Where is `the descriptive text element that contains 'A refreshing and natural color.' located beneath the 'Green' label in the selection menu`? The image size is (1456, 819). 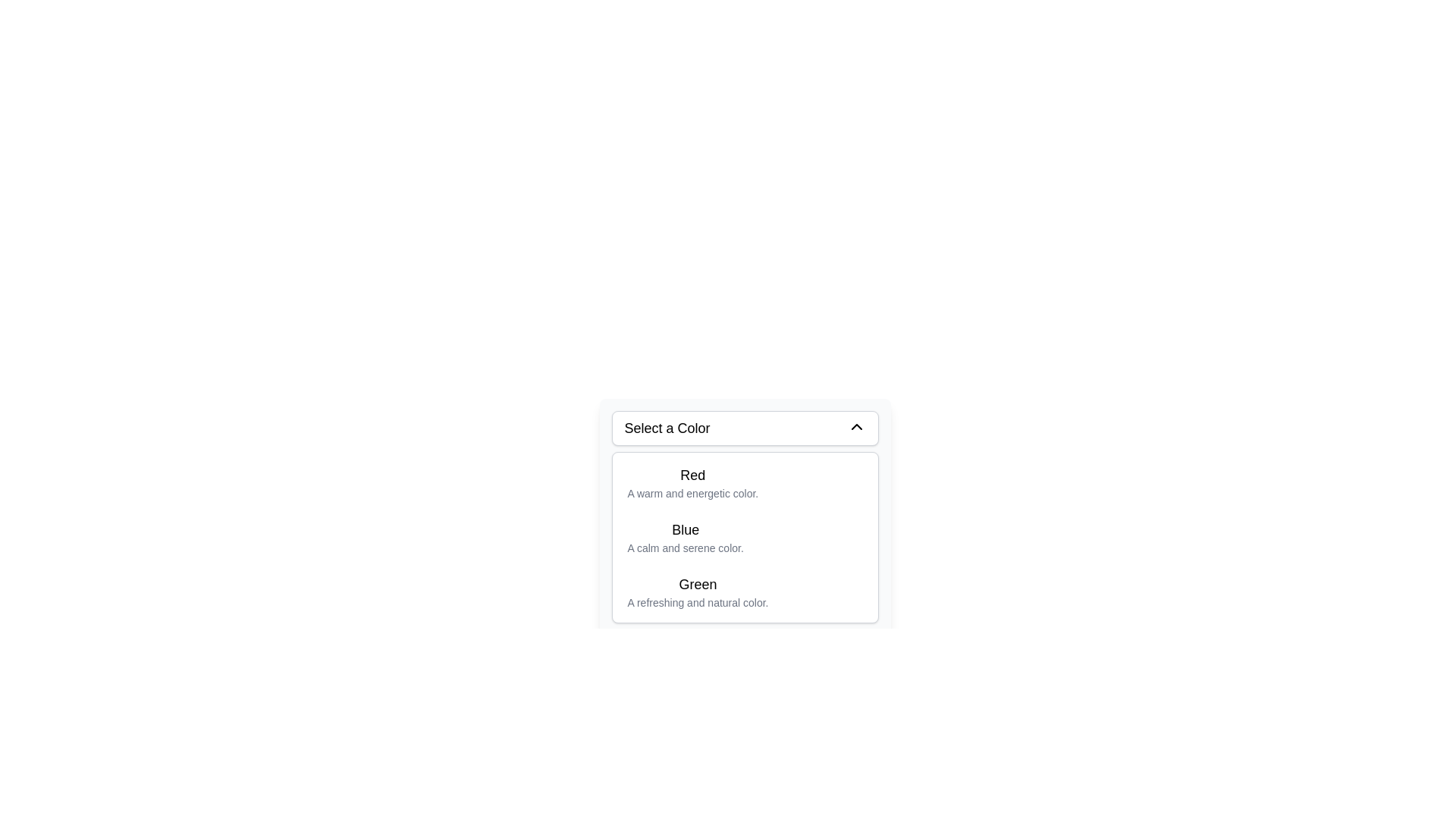 the descriptive text element that contains 'A refreshing and natural color.' located beneath the 'Green' label in the selection menu is located at coordinates (697, 601).